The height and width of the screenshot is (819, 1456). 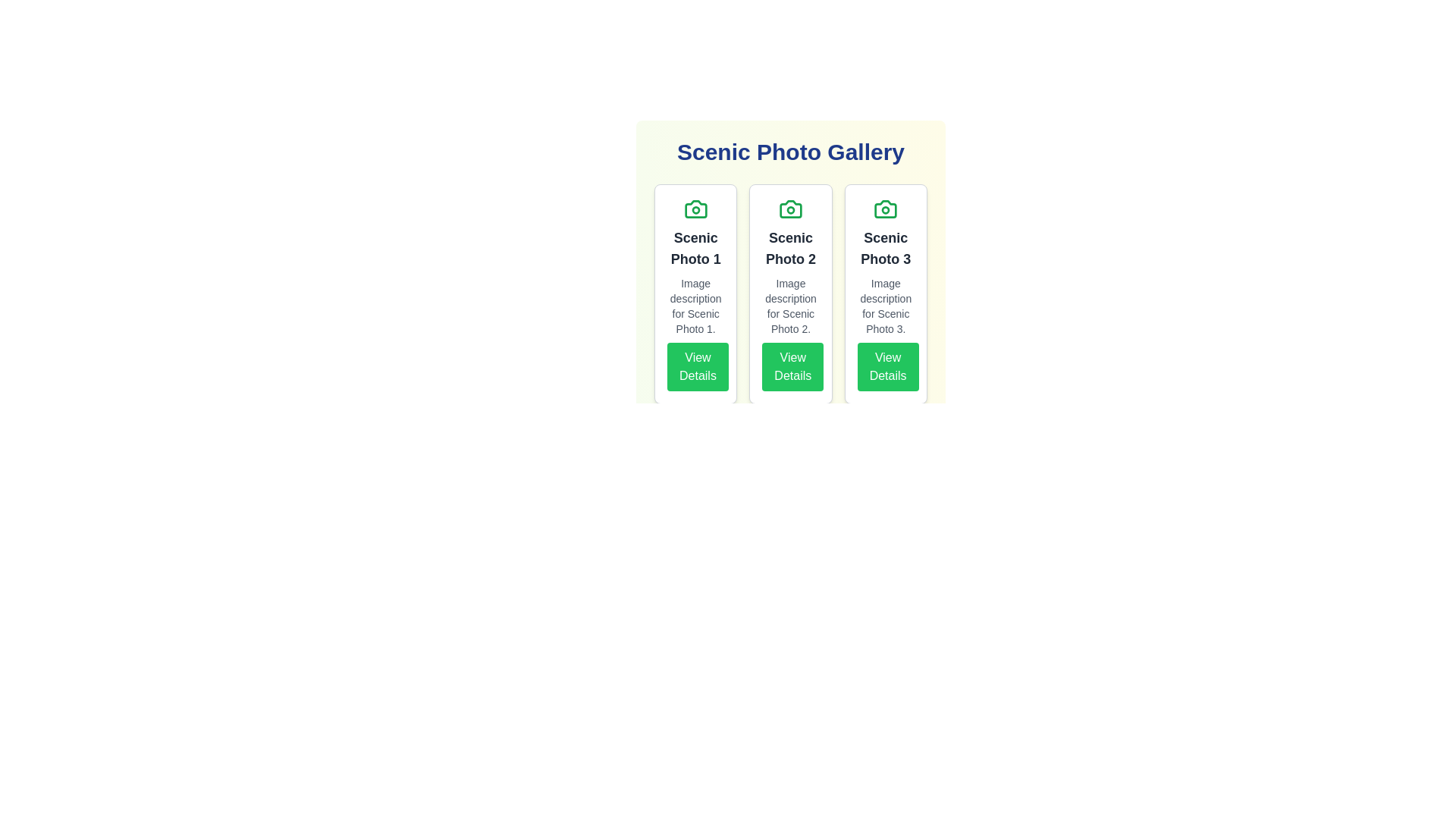 What do you see at coordinates (888, 366) in the screenshot?
I see `'View Details' button for the scenic photo identified by Scenic Photo 3` at bounding box center [888, 366].